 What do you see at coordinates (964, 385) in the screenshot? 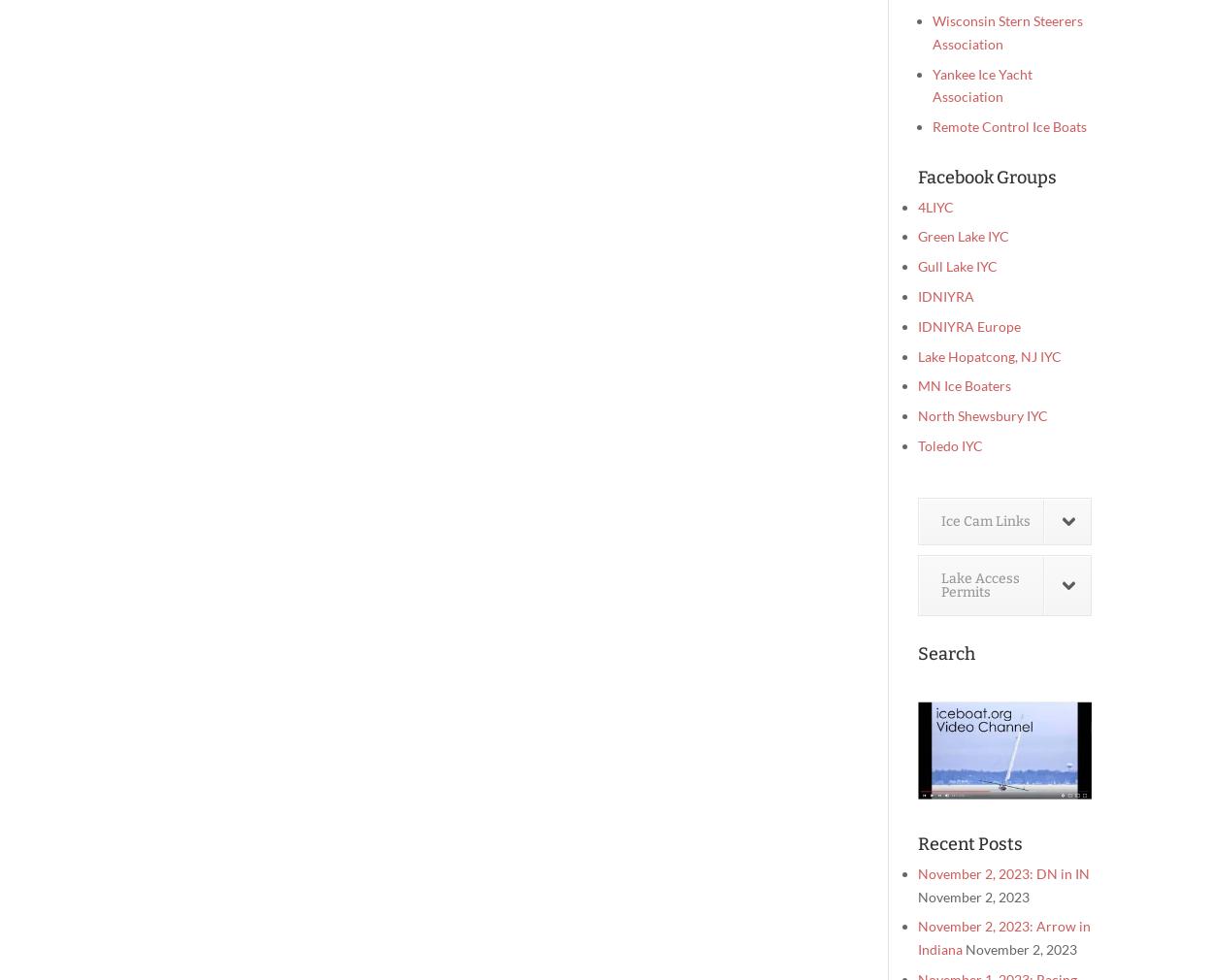
I see `'MN Ice Boaters'` at bounding box center [964, 385].